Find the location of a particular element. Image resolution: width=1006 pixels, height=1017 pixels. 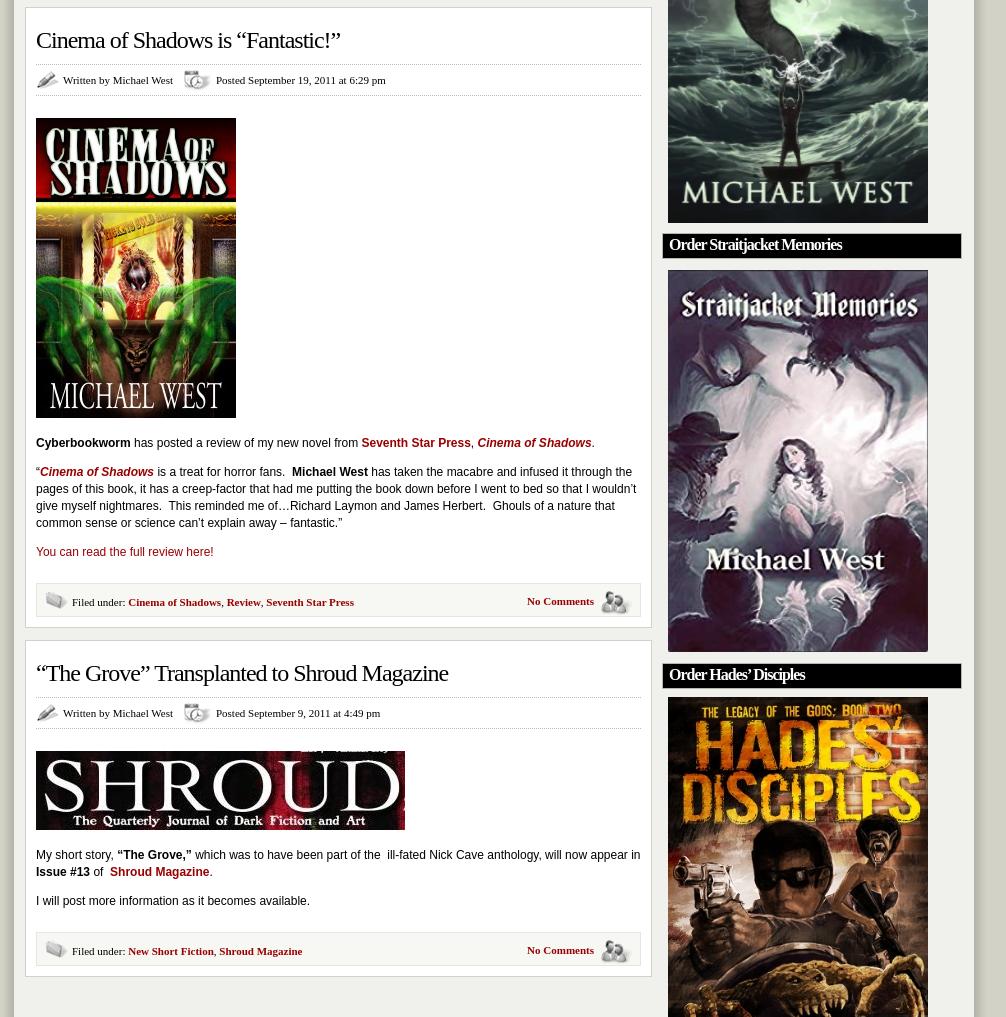

'Issue #13' is located at coordinates (62, 871).